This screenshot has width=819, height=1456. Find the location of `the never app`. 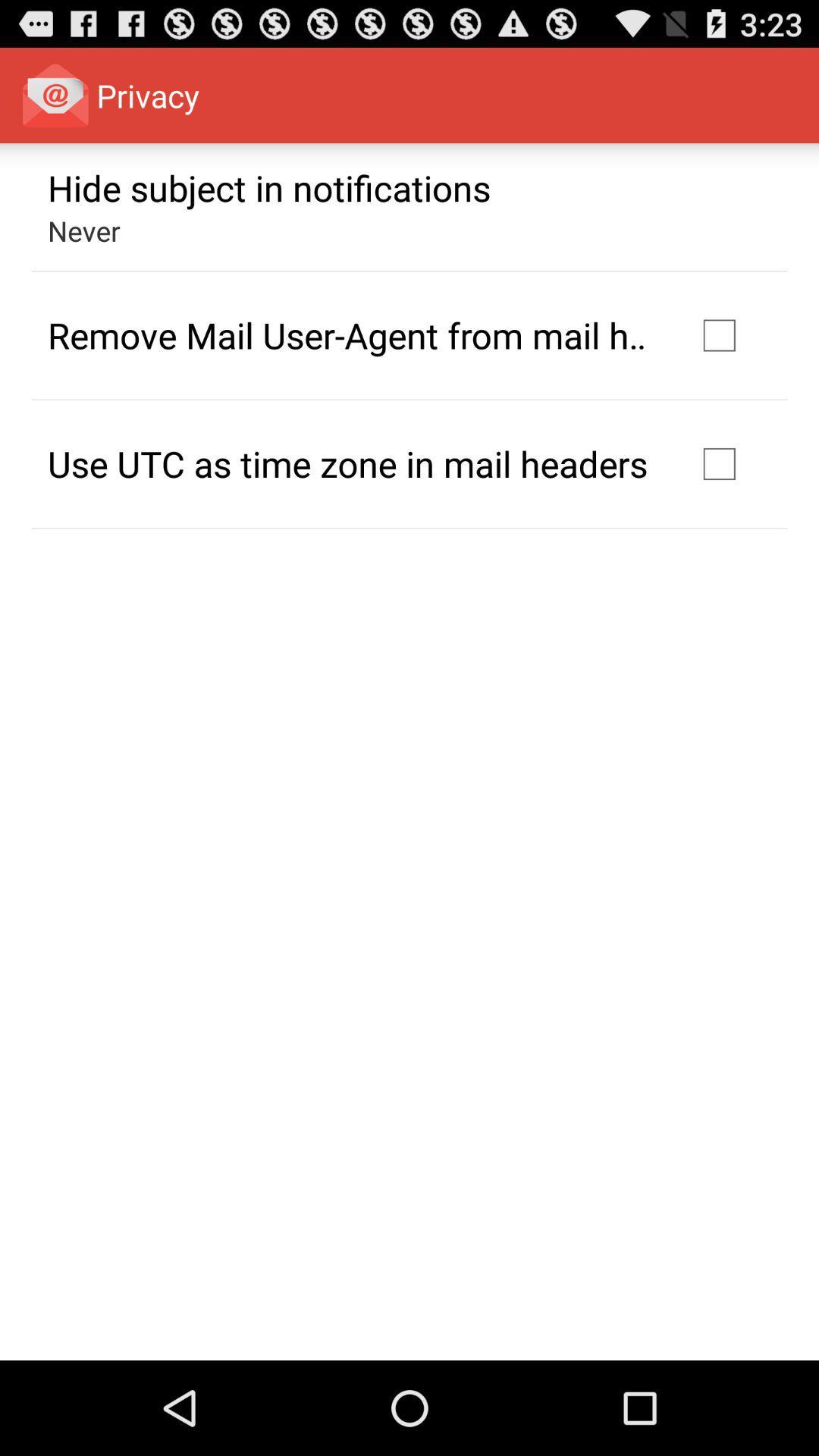

the never app is located at coordinates (84, 230).